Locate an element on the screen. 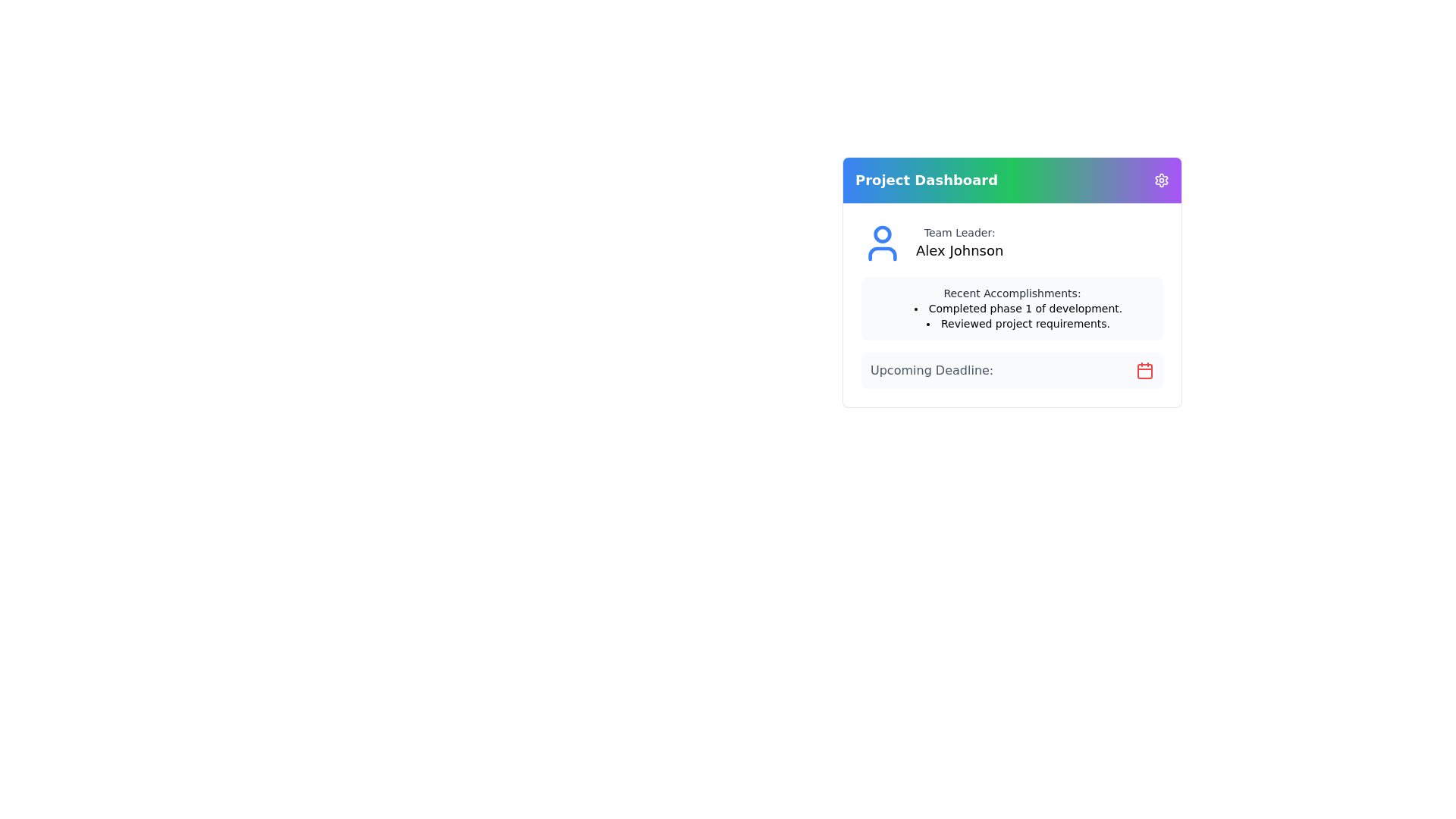 Image resolution: width=1456 pixels, height=819 pixels. the label indicating the team leader's name, which is located directly above the name 'Alex Johnson' in the upper section of the project dashboard card is located at coordinates (959, 233).